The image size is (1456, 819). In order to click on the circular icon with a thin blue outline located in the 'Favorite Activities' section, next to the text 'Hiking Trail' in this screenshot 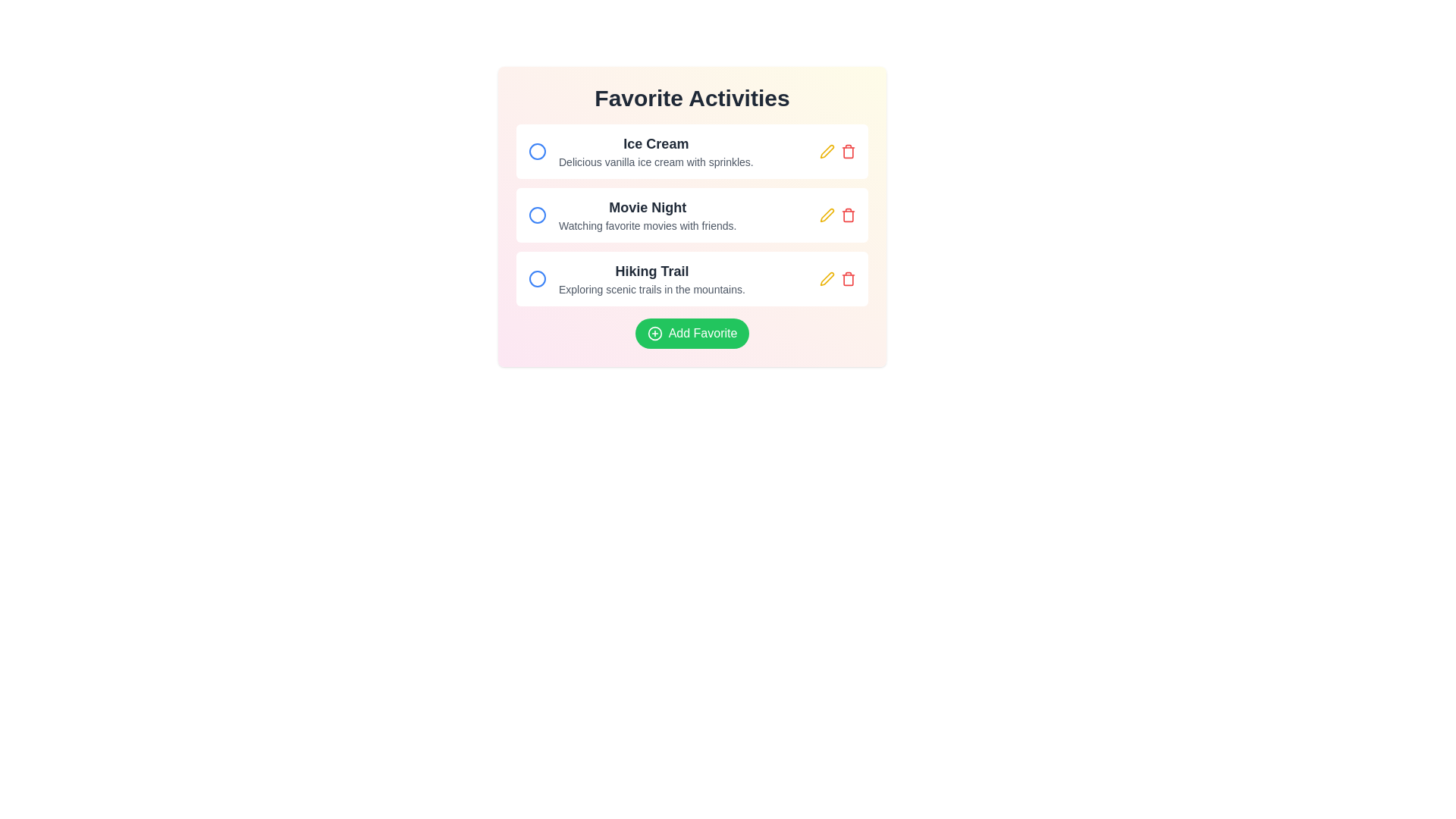, I will do `click(538, 278)`.